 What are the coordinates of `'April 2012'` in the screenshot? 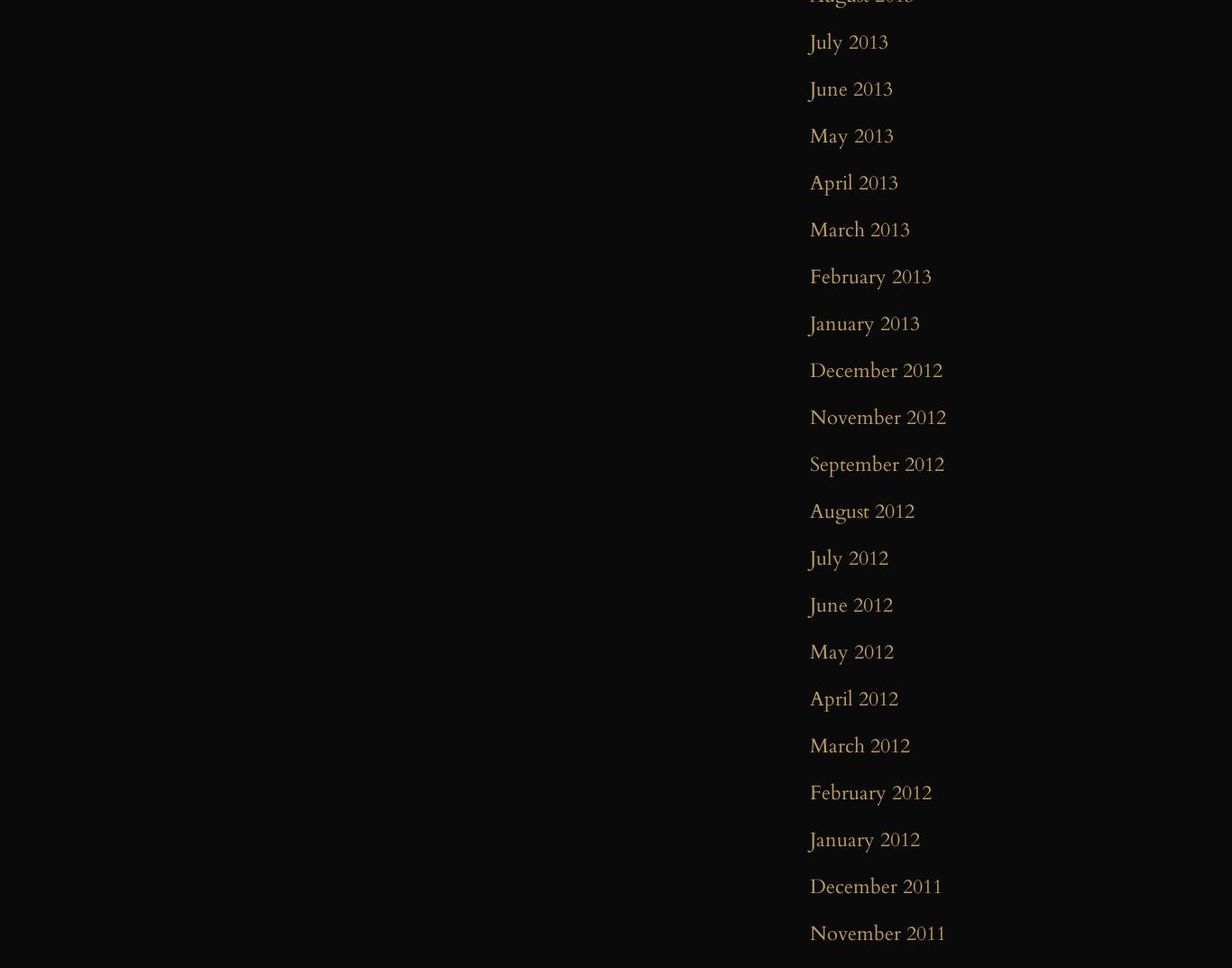 It's located at (809, 698).